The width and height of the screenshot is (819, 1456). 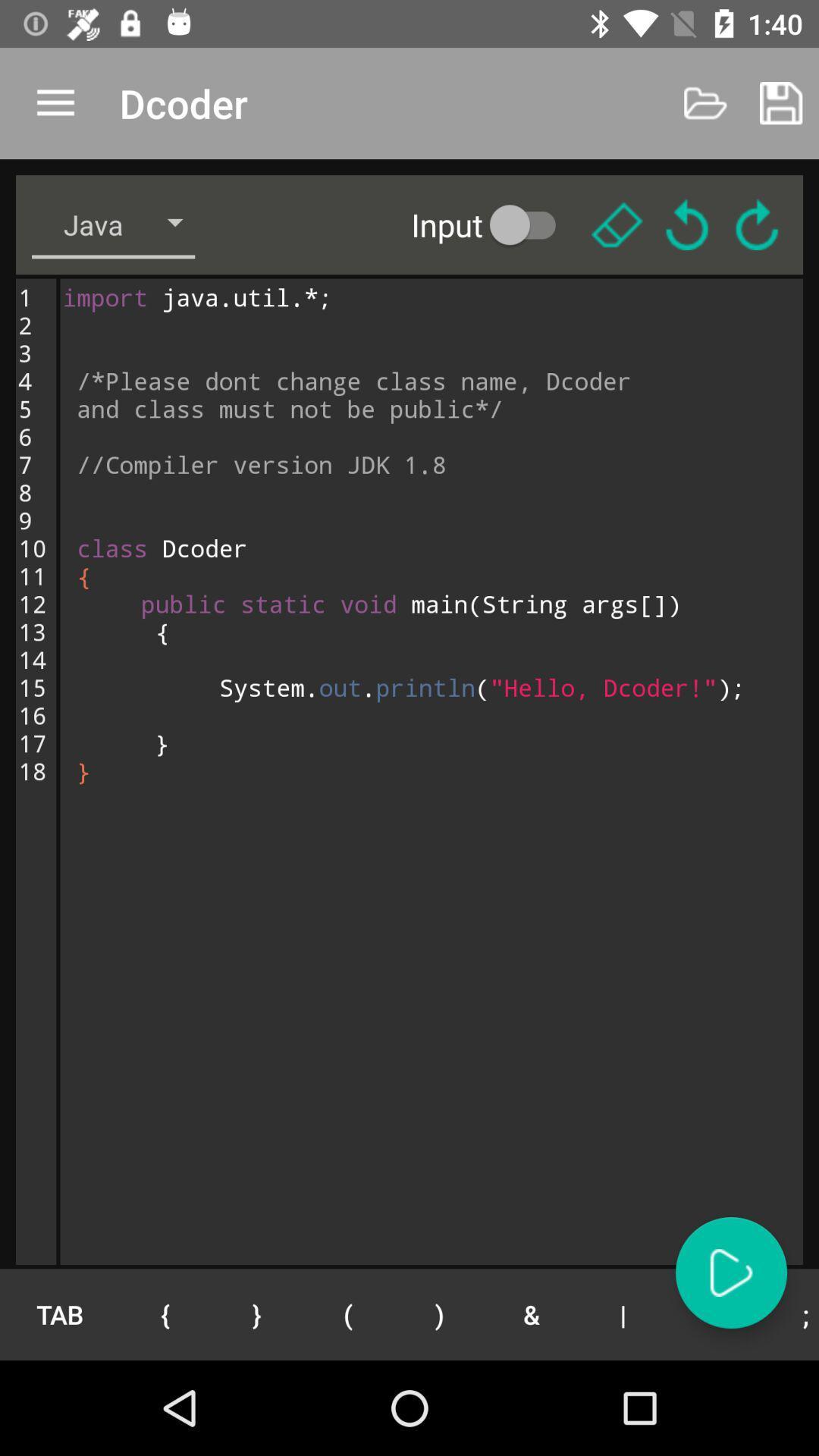 What do you see at coordinates (440, 1313) in the screenshot?
I see `the item next to the ( button` at bounding box center [440, 1313].